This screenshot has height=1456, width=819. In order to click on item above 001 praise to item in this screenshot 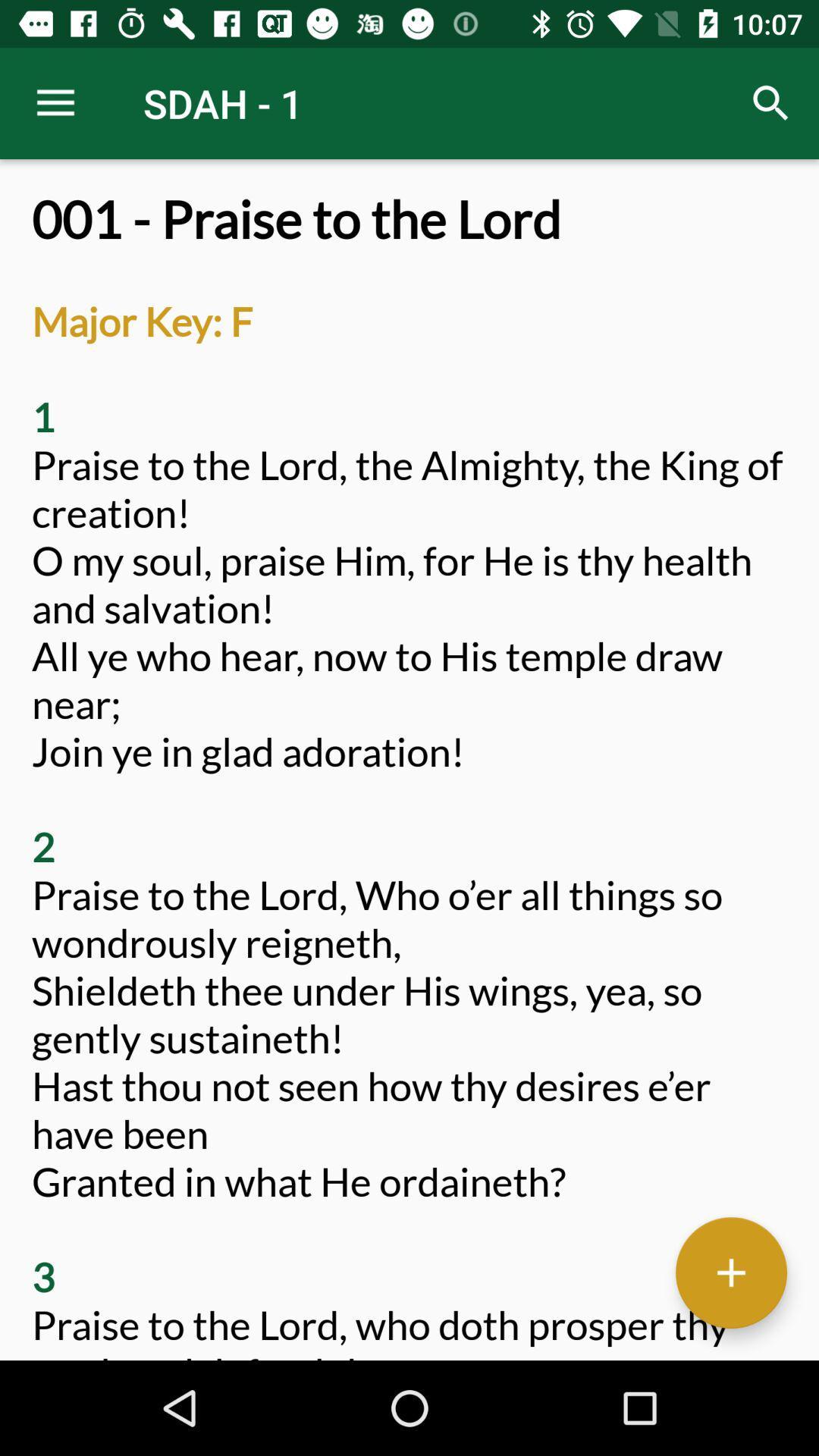, I will do `click(55, 102)`.